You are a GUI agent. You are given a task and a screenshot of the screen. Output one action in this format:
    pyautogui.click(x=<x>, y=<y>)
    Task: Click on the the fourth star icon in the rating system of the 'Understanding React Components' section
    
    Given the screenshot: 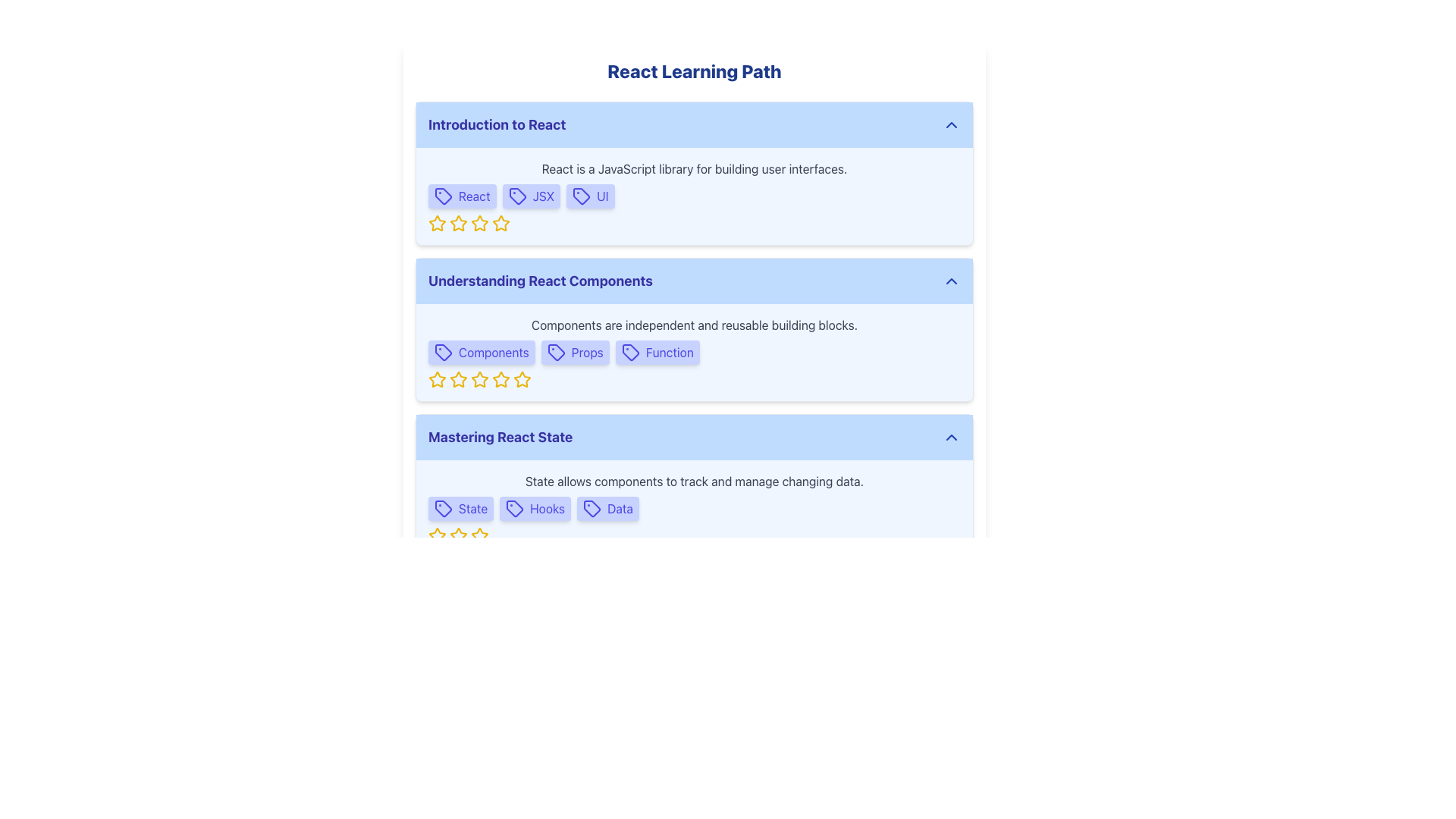 What is the action you would take?
    pyautogui.click(x=501, y=378)
    